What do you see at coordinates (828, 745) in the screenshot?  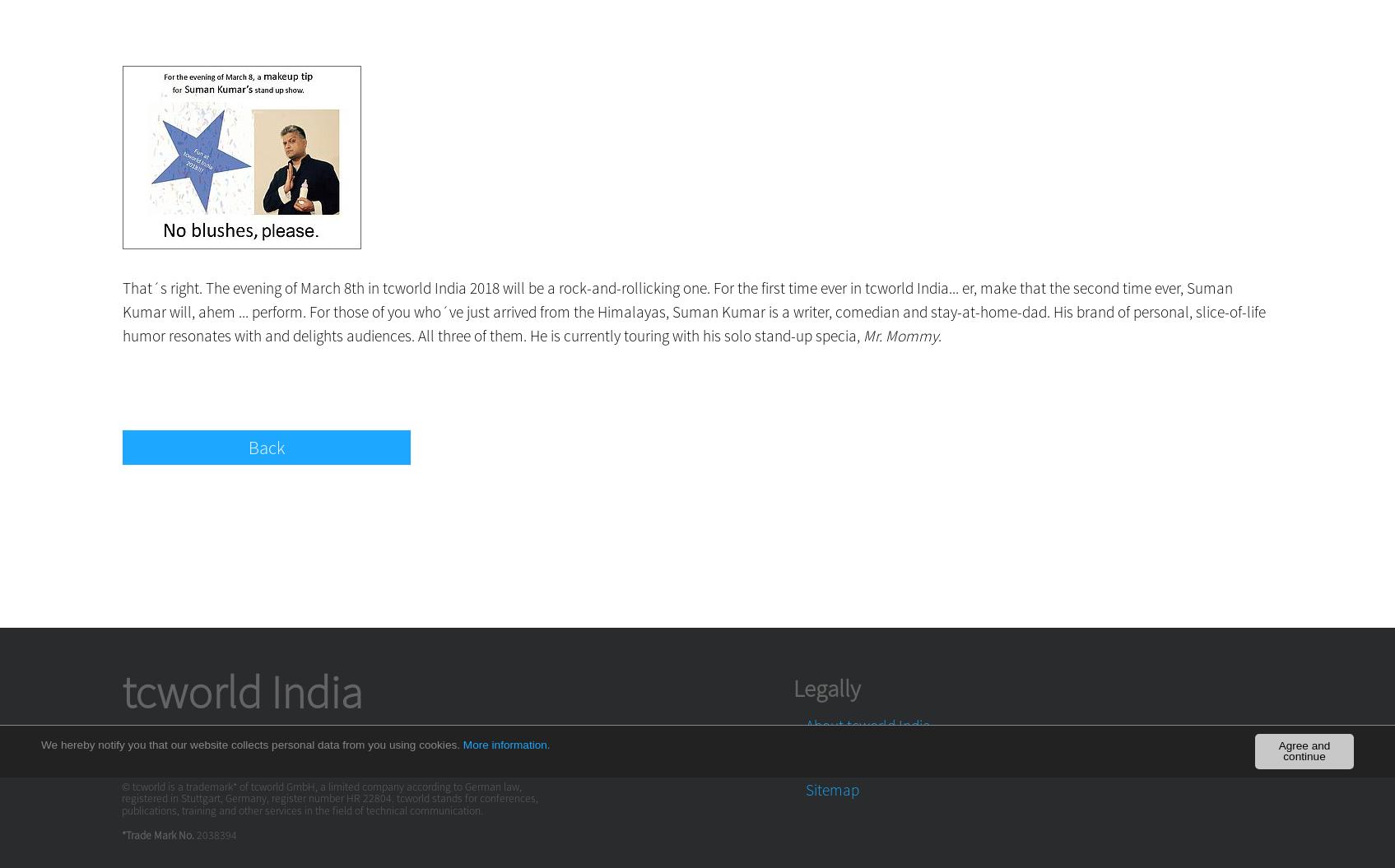 I see `'Imprint'` at bounding box center [828, 745].